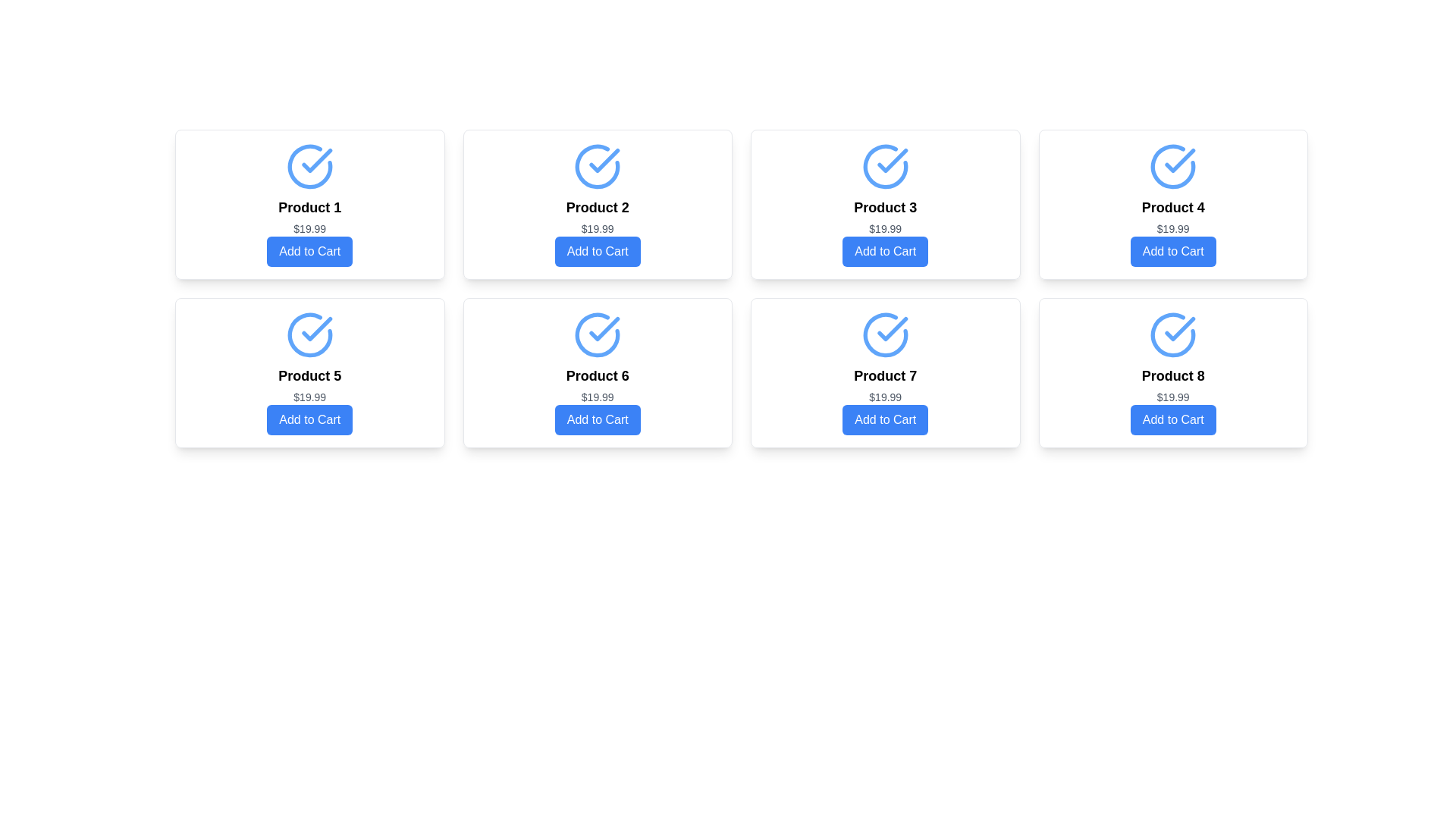 This screenshot has width=1456, height=819. Describe the element at coordinates (885, 375) in the screenshot. I see `the text label displaying 'Product 7' which is located in the third card of the second row in the grid layout, positioned above the pricing label and below the circular checkmark icon` at that location.